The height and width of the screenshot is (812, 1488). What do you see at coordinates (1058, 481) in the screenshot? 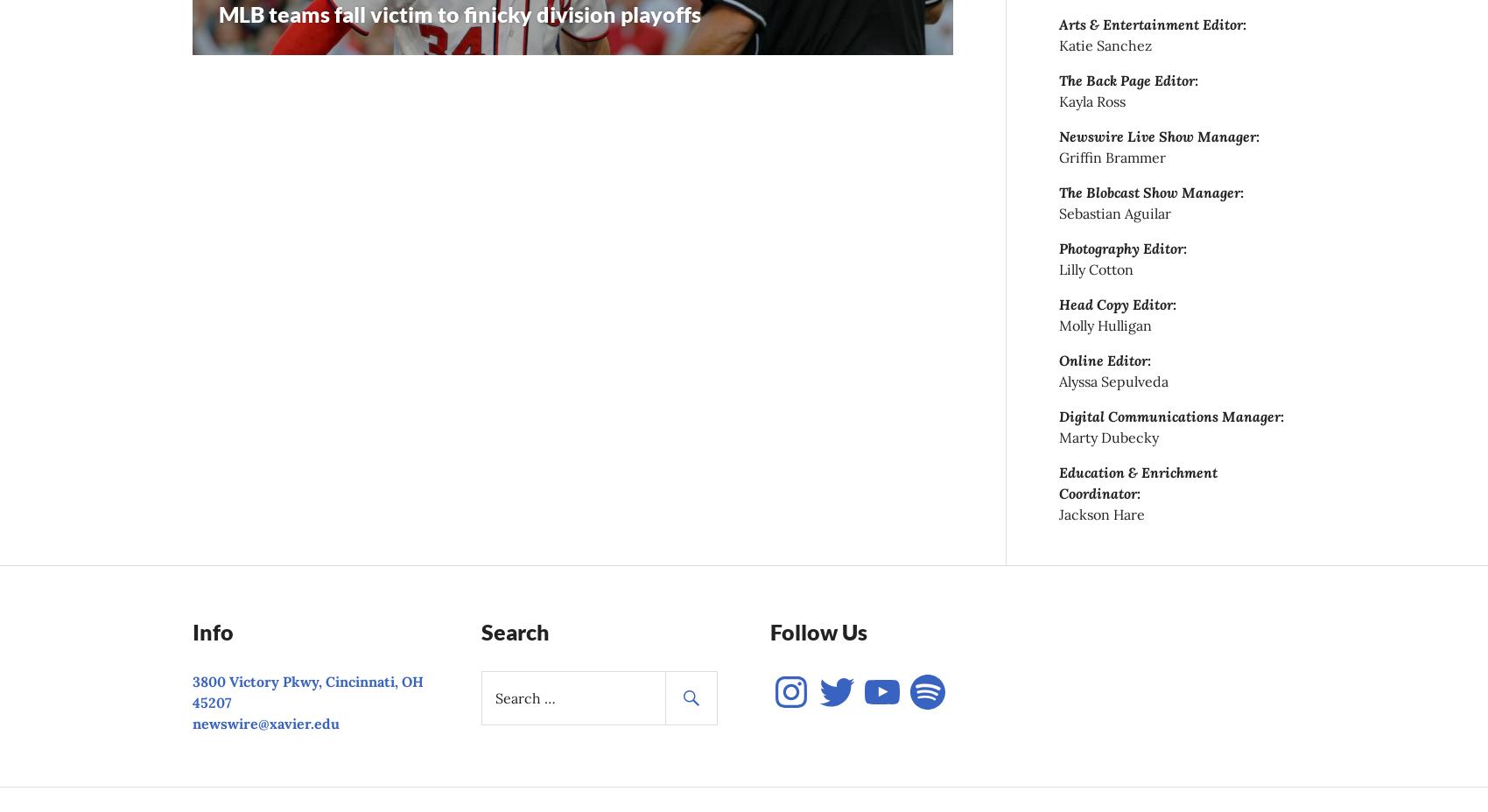
I see `'Education & Enrichment Coordinator:'` at bounding box center [1058, 481].